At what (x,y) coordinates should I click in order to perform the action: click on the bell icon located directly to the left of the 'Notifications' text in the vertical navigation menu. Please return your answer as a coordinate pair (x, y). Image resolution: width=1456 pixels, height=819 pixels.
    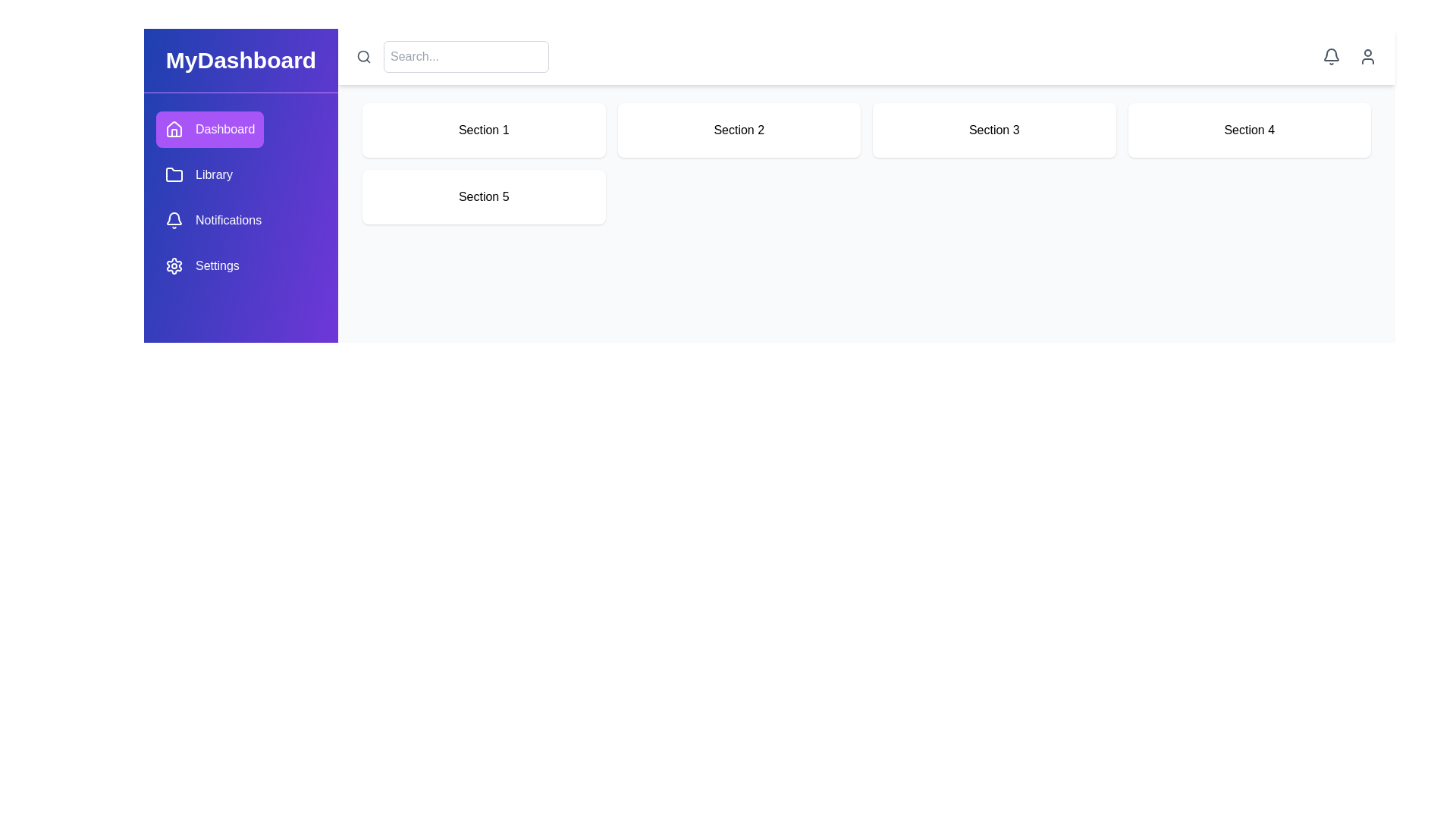
    Looking at the image, I should click on (174, 220).